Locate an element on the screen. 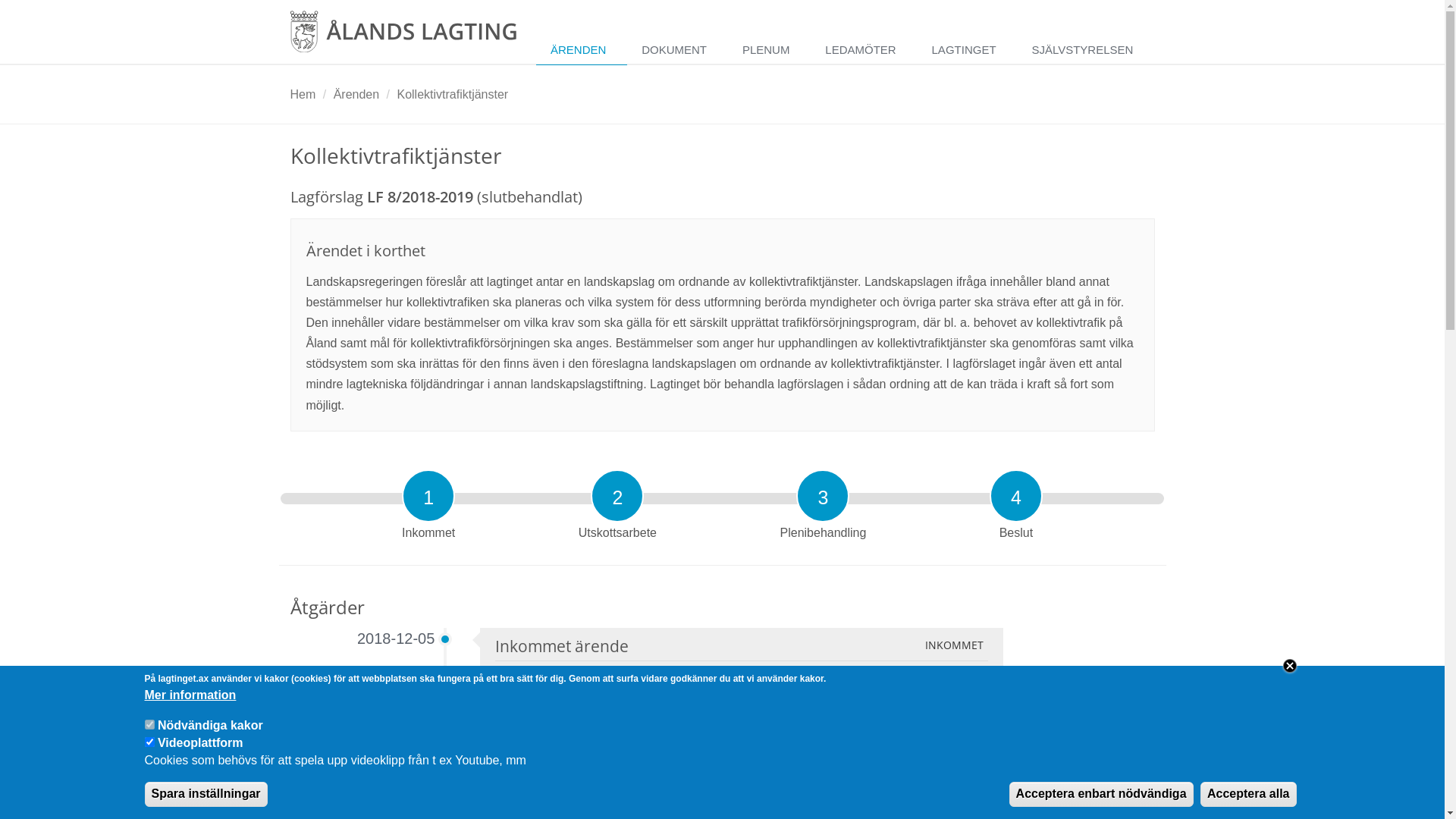 This screenshot has height=819, width=1456. 'PLENUM' is located at coordinates (769, 49).